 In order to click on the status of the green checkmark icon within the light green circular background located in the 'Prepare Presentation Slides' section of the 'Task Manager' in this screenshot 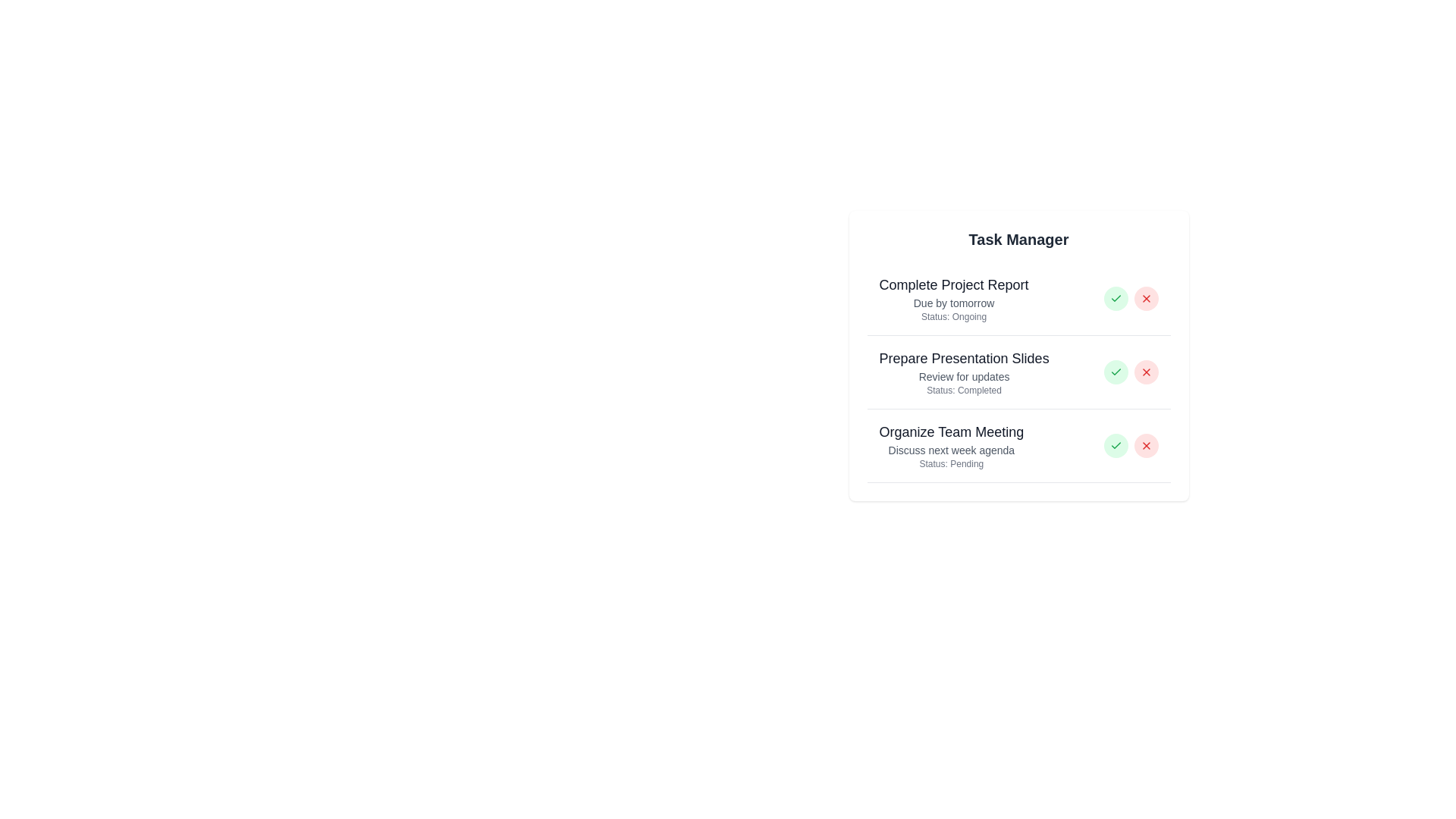, I will do `click(1116, 298)`.